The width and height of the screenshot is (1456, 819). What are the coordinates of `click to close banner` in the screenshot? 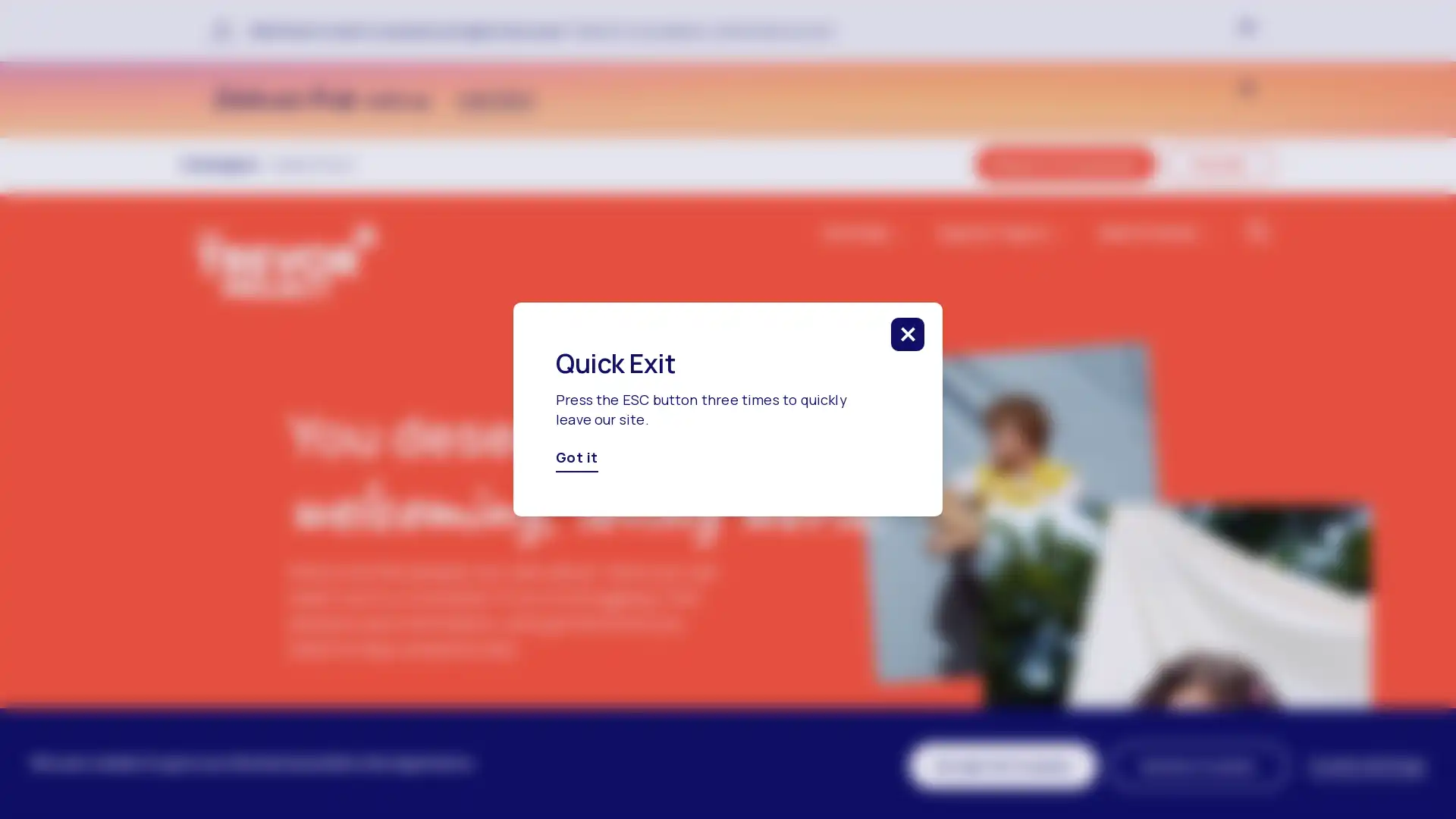 It's located at (1246, 88).